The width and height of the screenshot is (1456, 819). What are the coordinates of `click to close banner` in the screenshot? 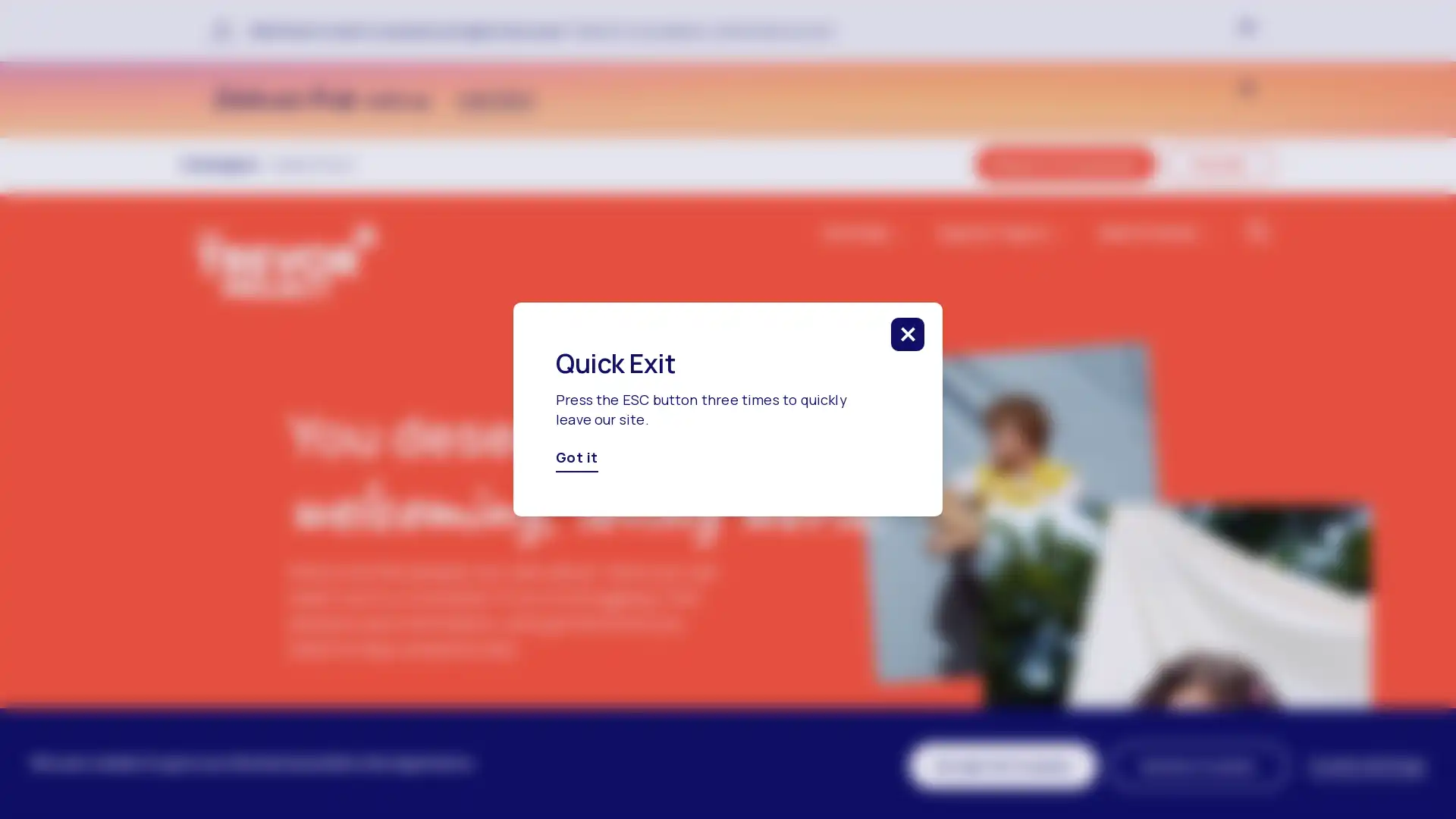 It's located at (1246, 88).